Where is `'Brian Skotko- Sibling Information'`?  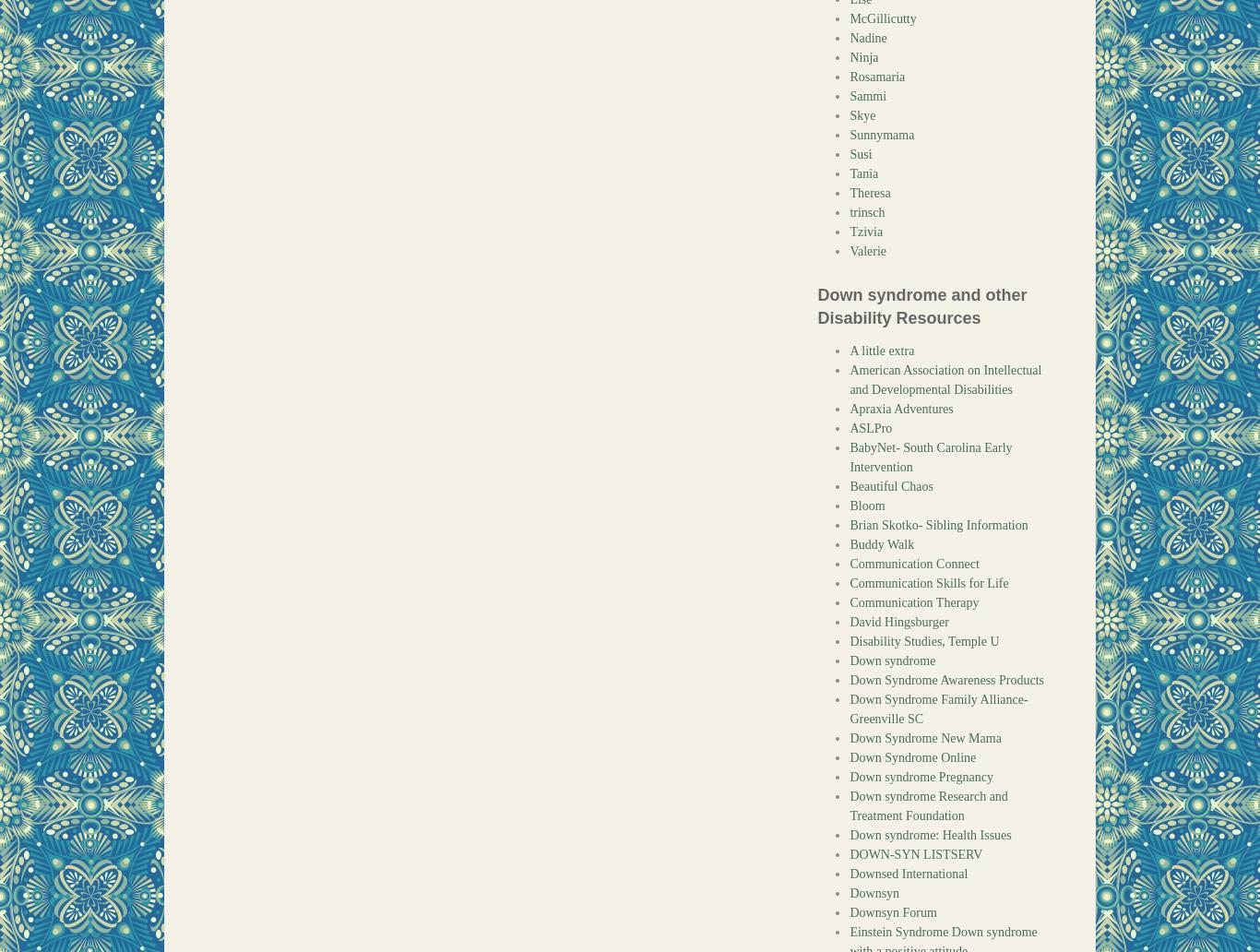
'Brian Skotko- Sibling Information' is located at coordinates (849, 525).